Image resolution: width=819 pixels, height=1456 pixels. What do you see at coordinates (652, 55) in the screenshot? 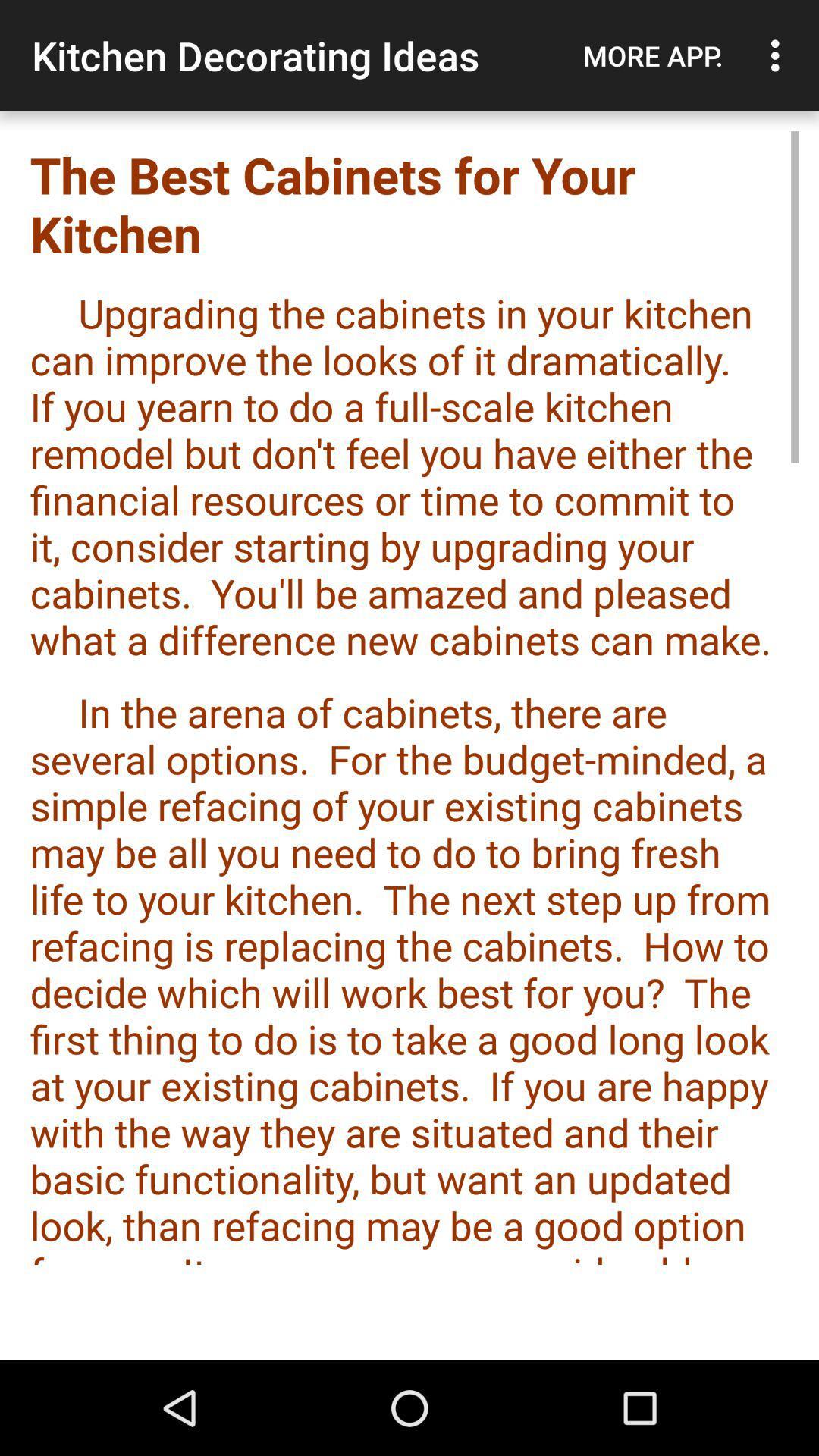
I see `the app to the right of kitchen decorating ideas app` at bounding box center [652, 55].